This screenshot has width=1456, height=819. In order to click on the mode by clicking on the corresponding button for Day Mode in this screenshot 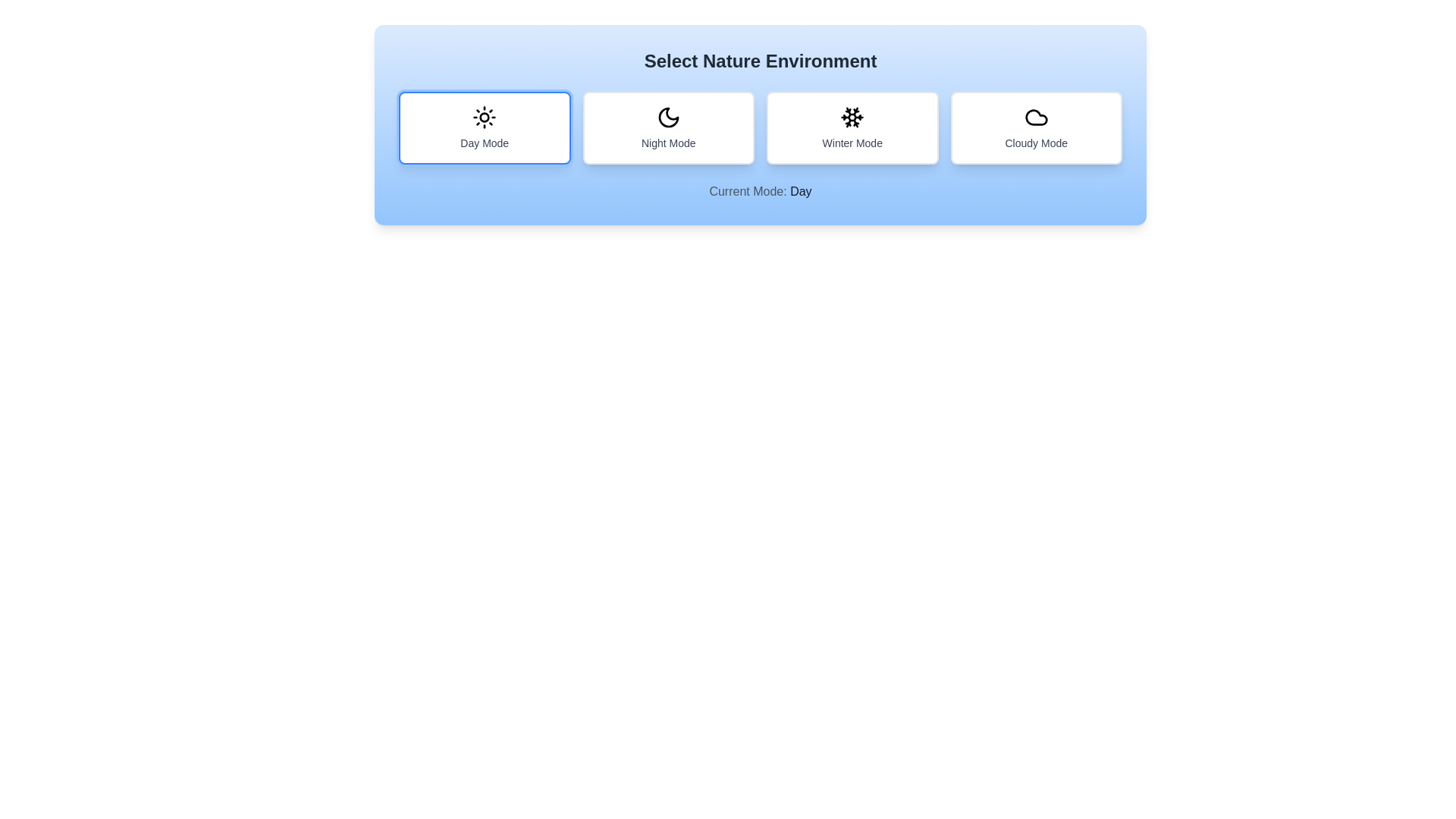, I will do `click(484, 127)`.